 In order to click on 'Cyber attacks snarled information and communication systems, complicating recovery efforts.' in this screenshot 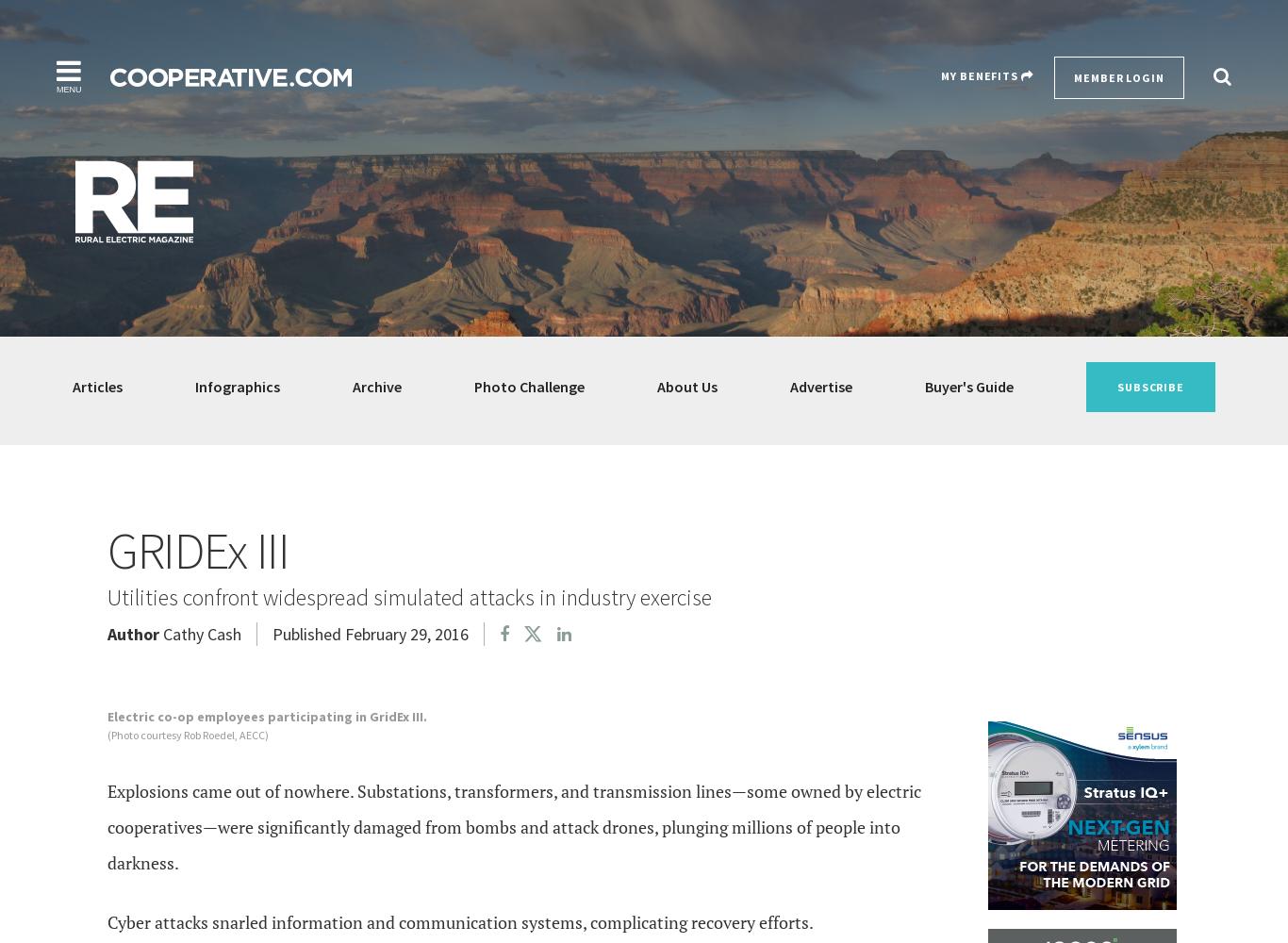, I will do `click(460, 920)`.